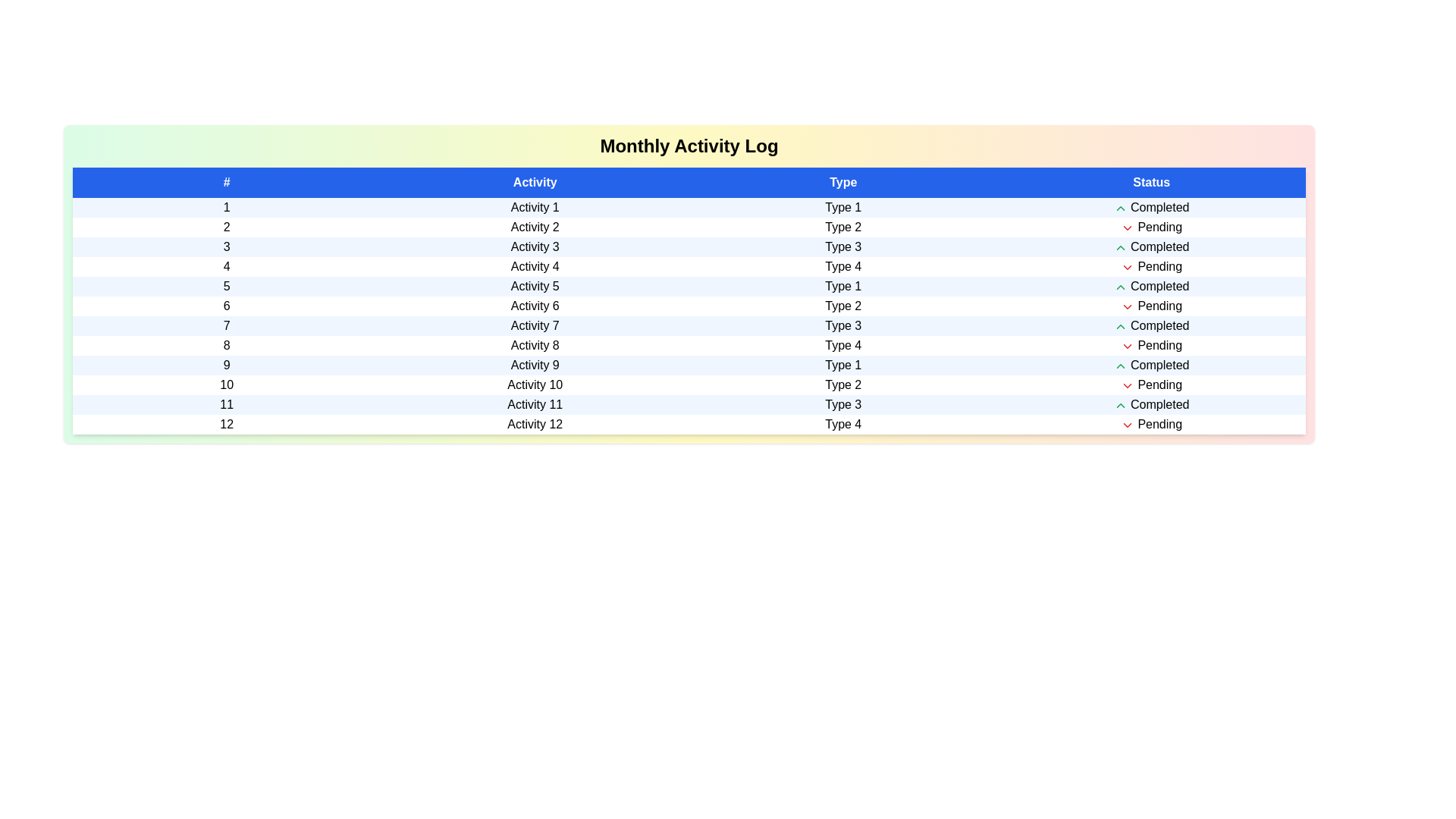 Image resolution: width=1456 pixels, height=819 pixels. I want to click on the row corresponding to the activity with status Completed, so click(1121, 208).